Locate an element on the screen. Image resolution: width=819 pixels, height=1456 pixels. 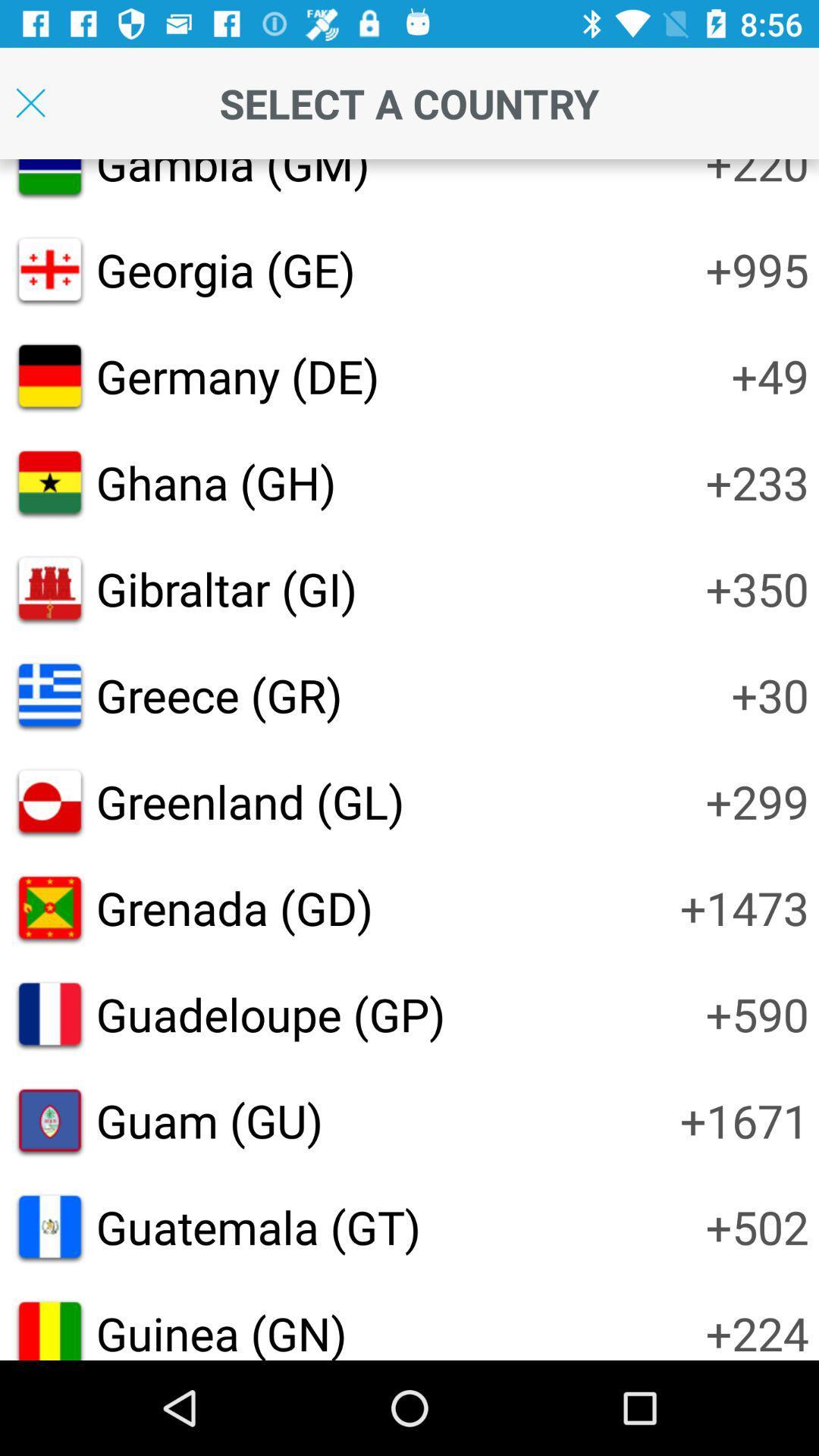
item to the right of the gibraltar (gi) is located at coordinates (757, 588).